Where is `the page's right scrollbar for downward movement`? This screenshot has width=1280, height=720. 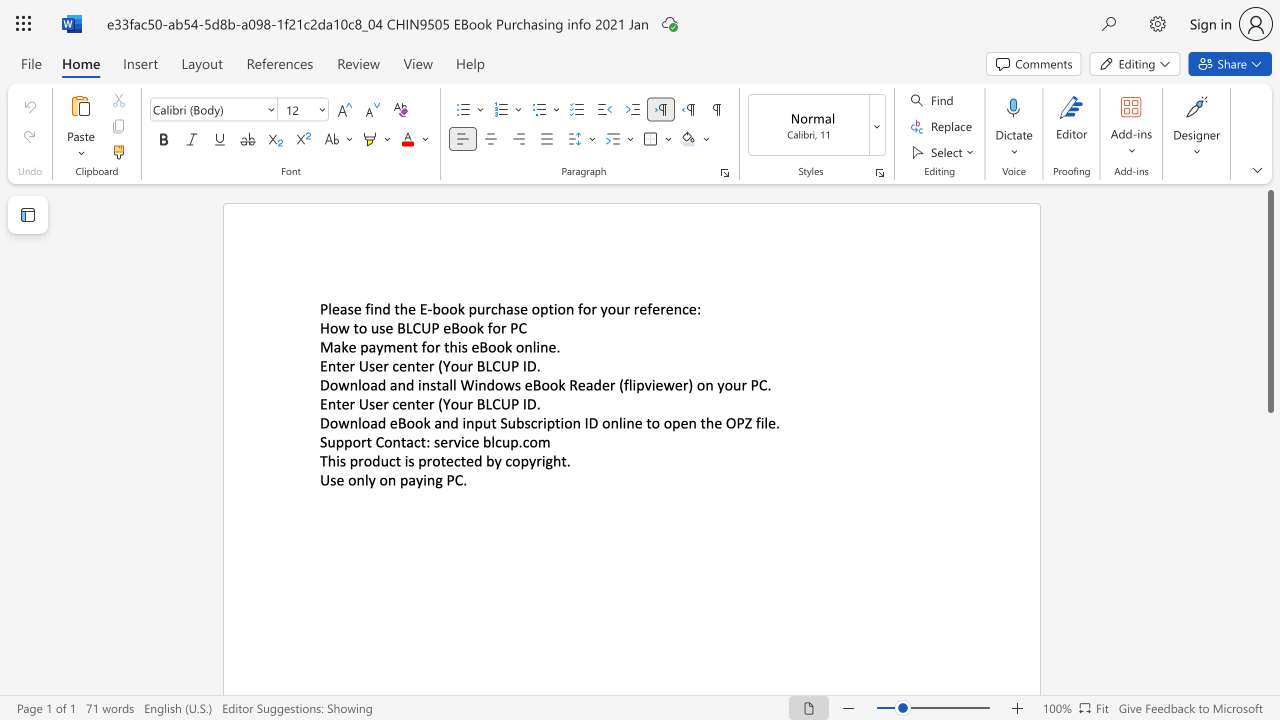
the page's right scrollbar for downward movement is located at coordinates (1269, 540).